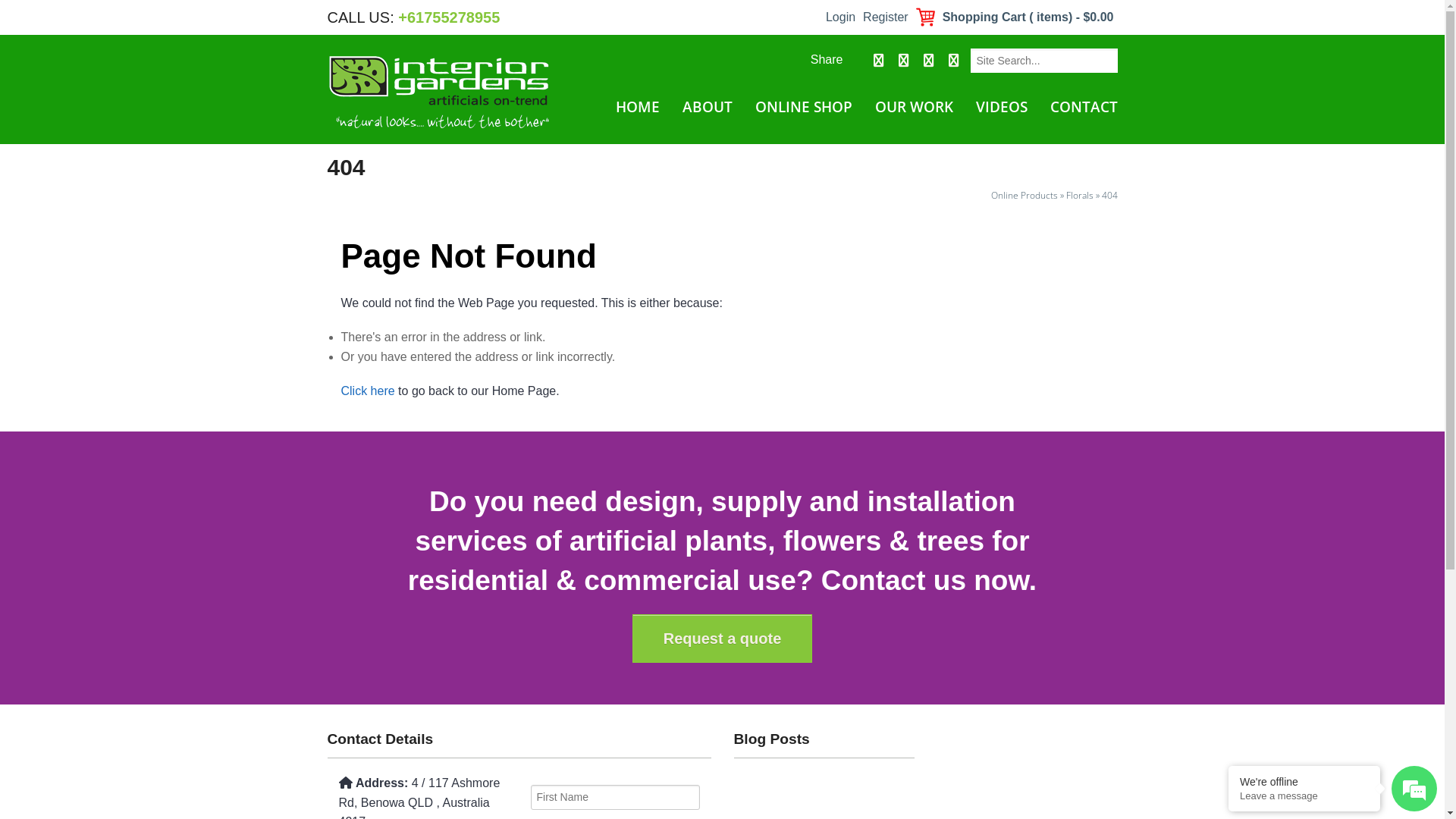  Describe the element at coordinates (632, 638) in the screenshot. I see `'Request a quote'` at that location.